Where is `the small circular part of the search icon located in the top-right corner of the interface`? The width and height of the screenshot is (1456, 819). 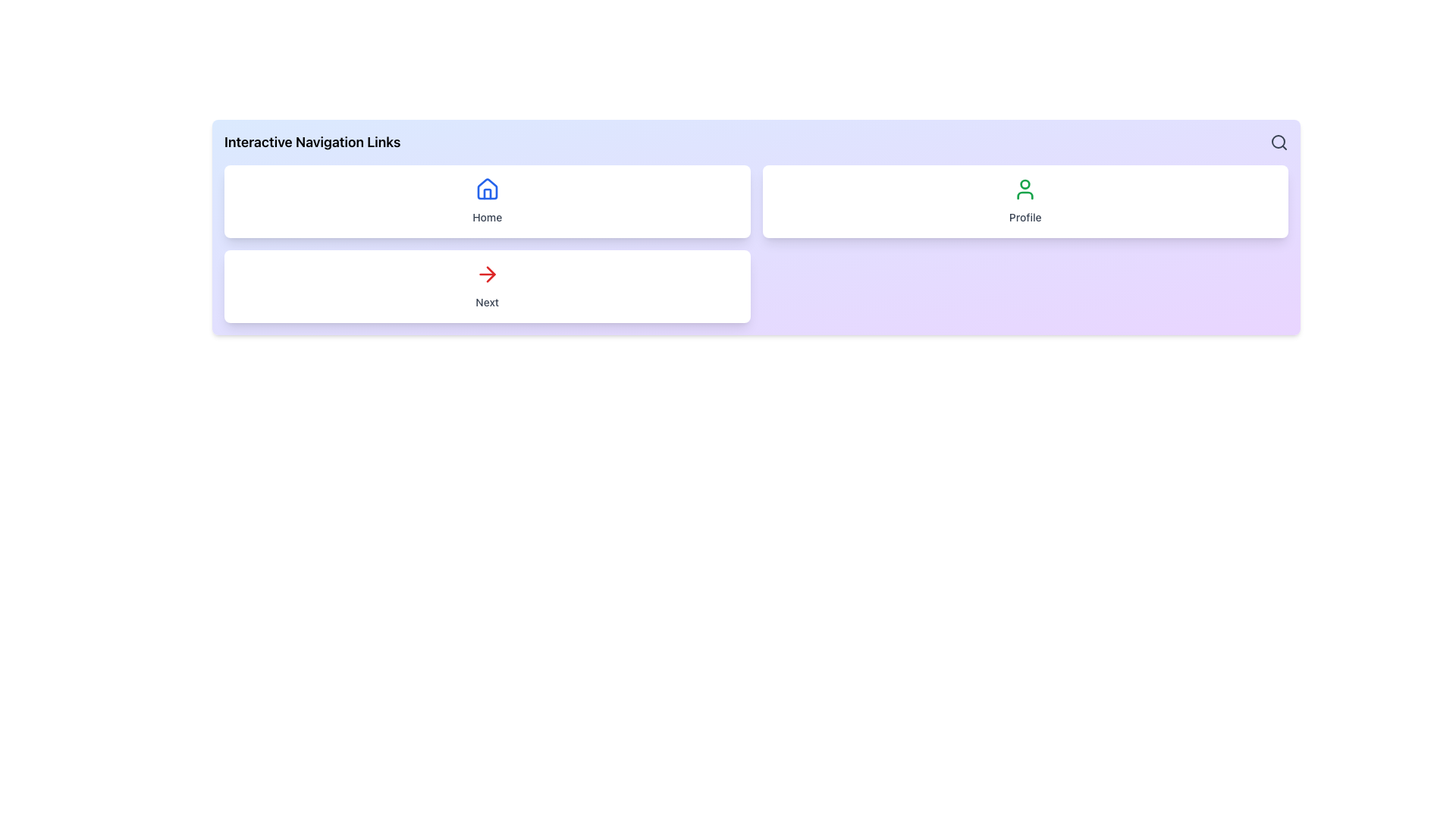
the small circular part of the search icon located in the top-right corner of the interface is located at coordinates (1277, 141).